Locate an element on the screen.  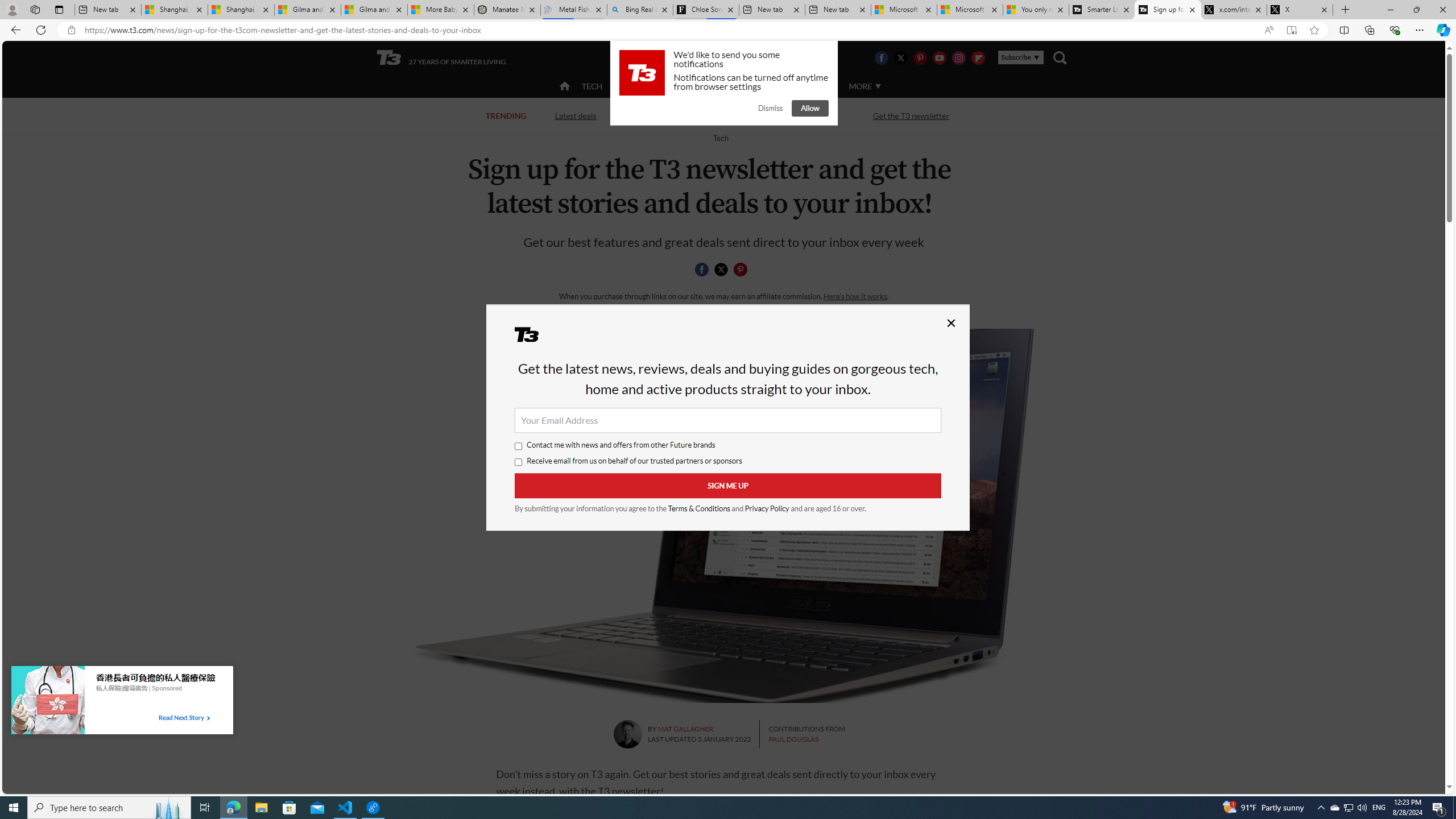
'Subscribe' is located at coordinates (1020, 56).